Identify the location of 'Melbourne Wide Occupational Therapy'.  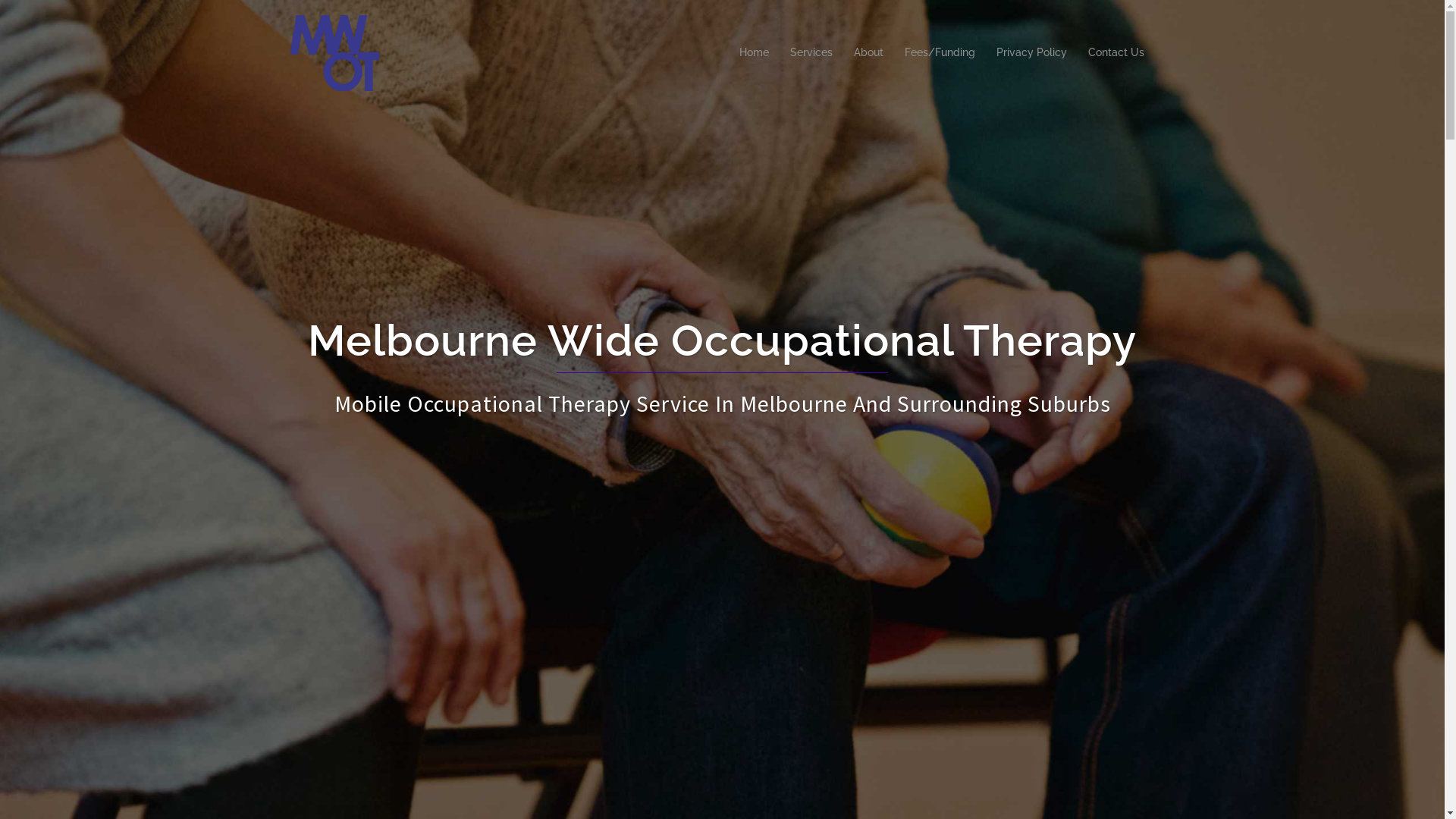
(334, 51).